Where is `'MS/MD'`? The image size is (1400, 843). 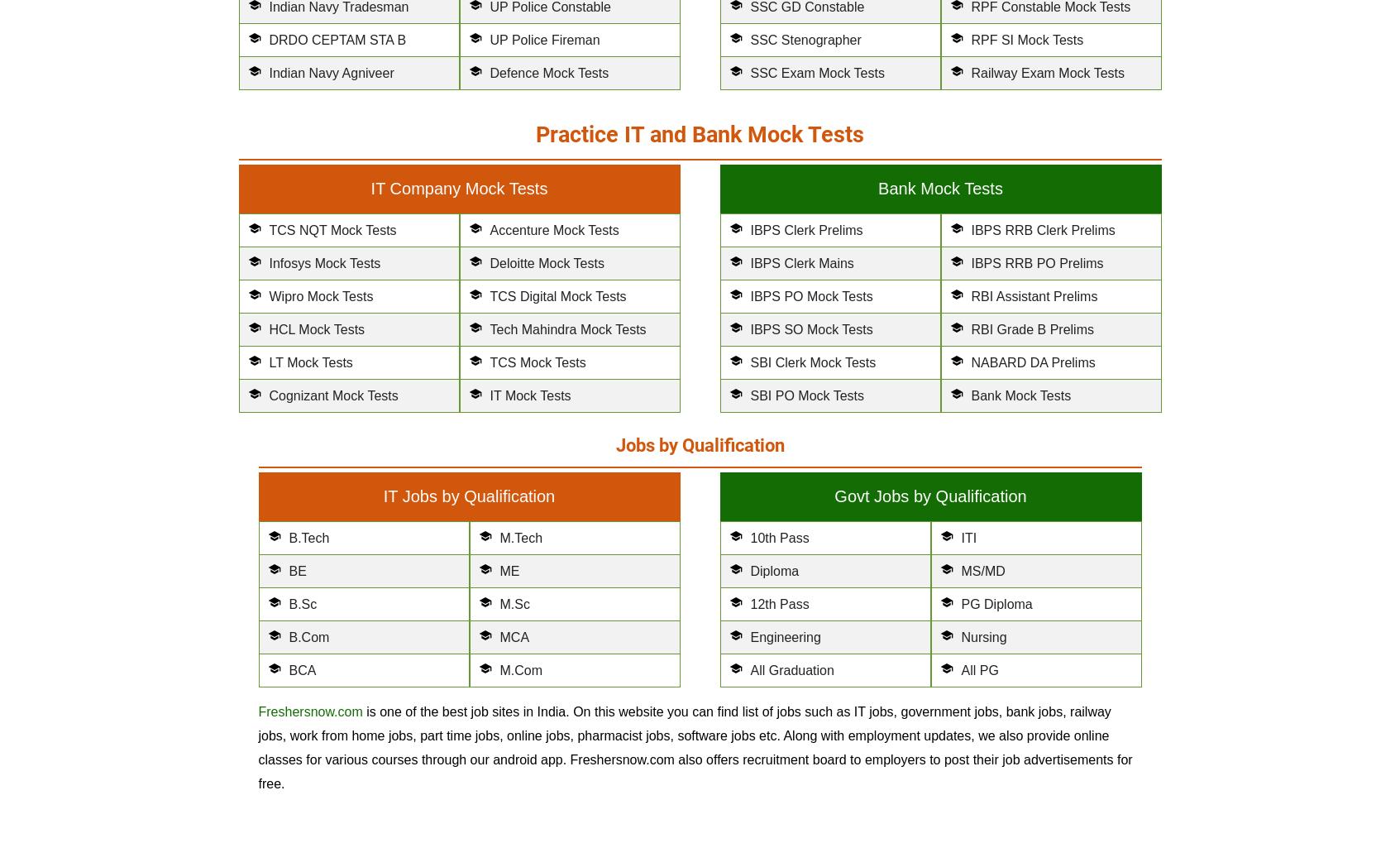 'MS/MD' is located at coordinates (982, 570).